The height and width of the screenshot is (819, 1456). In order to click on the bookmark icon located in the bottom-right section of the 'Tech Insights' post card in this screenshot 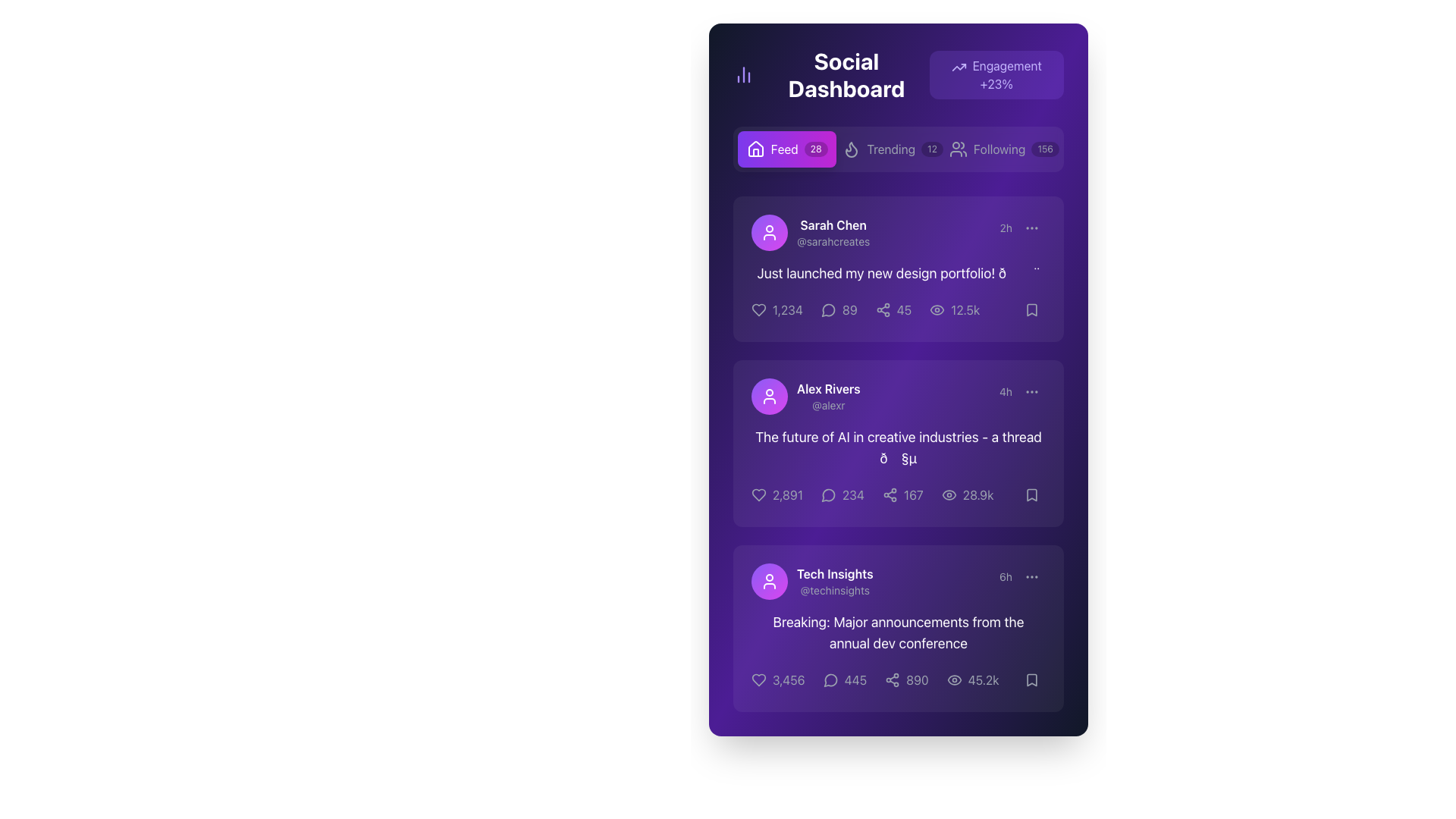, I will do `click(1031, 679)`.